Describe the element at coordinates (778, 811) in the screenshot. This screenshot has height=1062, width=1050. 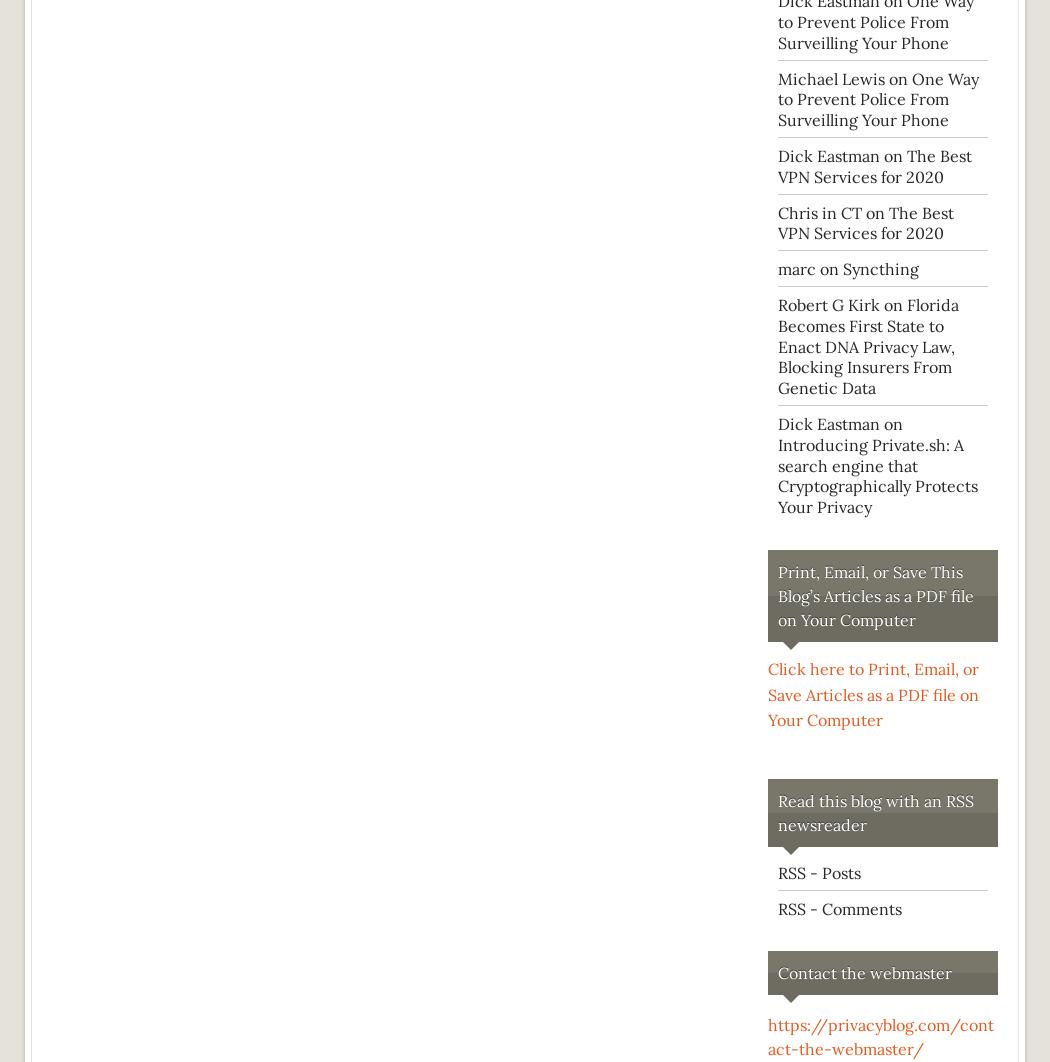
I see `'Read this blog with an RSS newsreader'` at that location.